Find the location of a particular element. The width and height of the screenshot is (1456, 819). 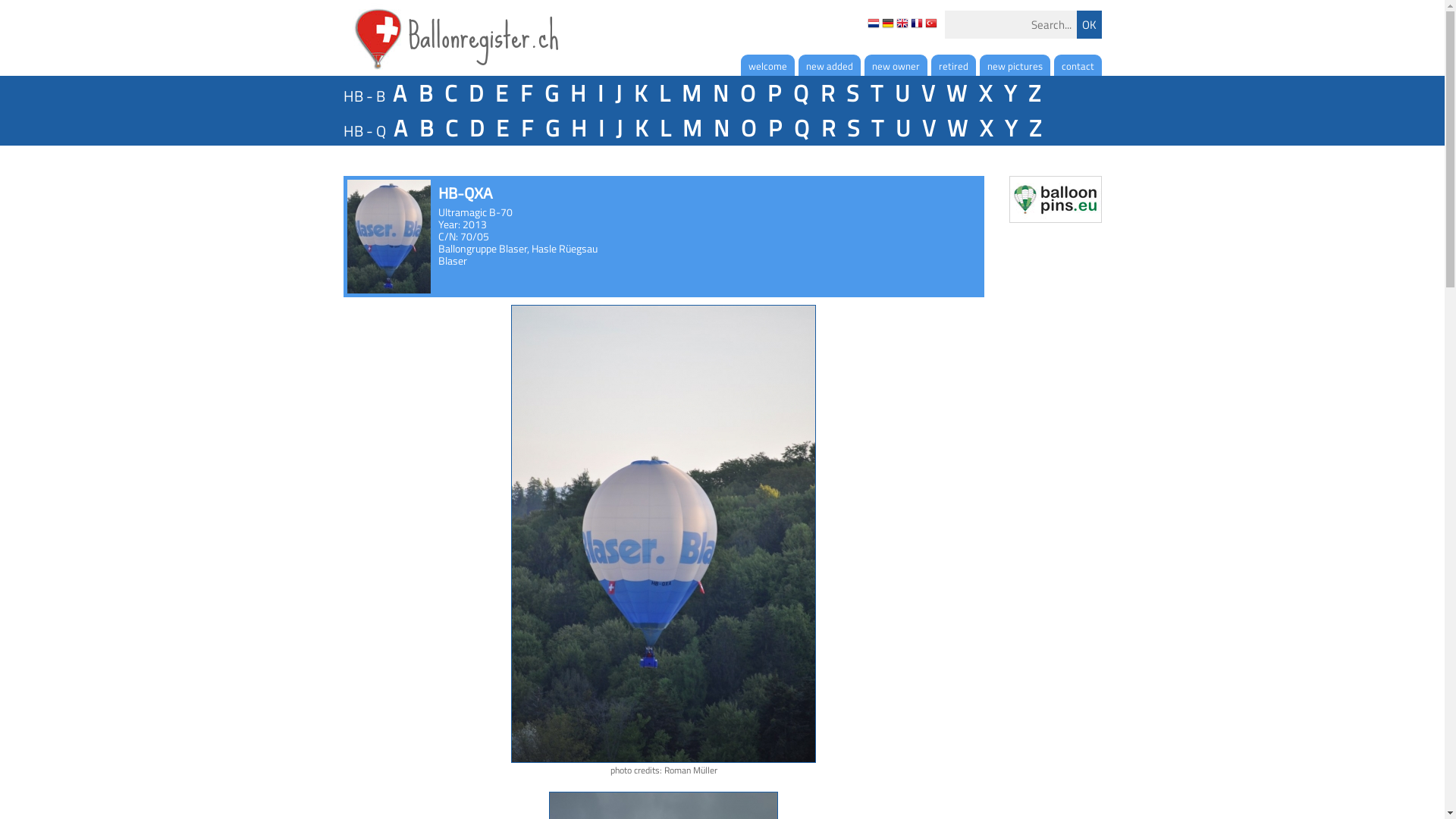

'S' is located at coordinates (840, 127).